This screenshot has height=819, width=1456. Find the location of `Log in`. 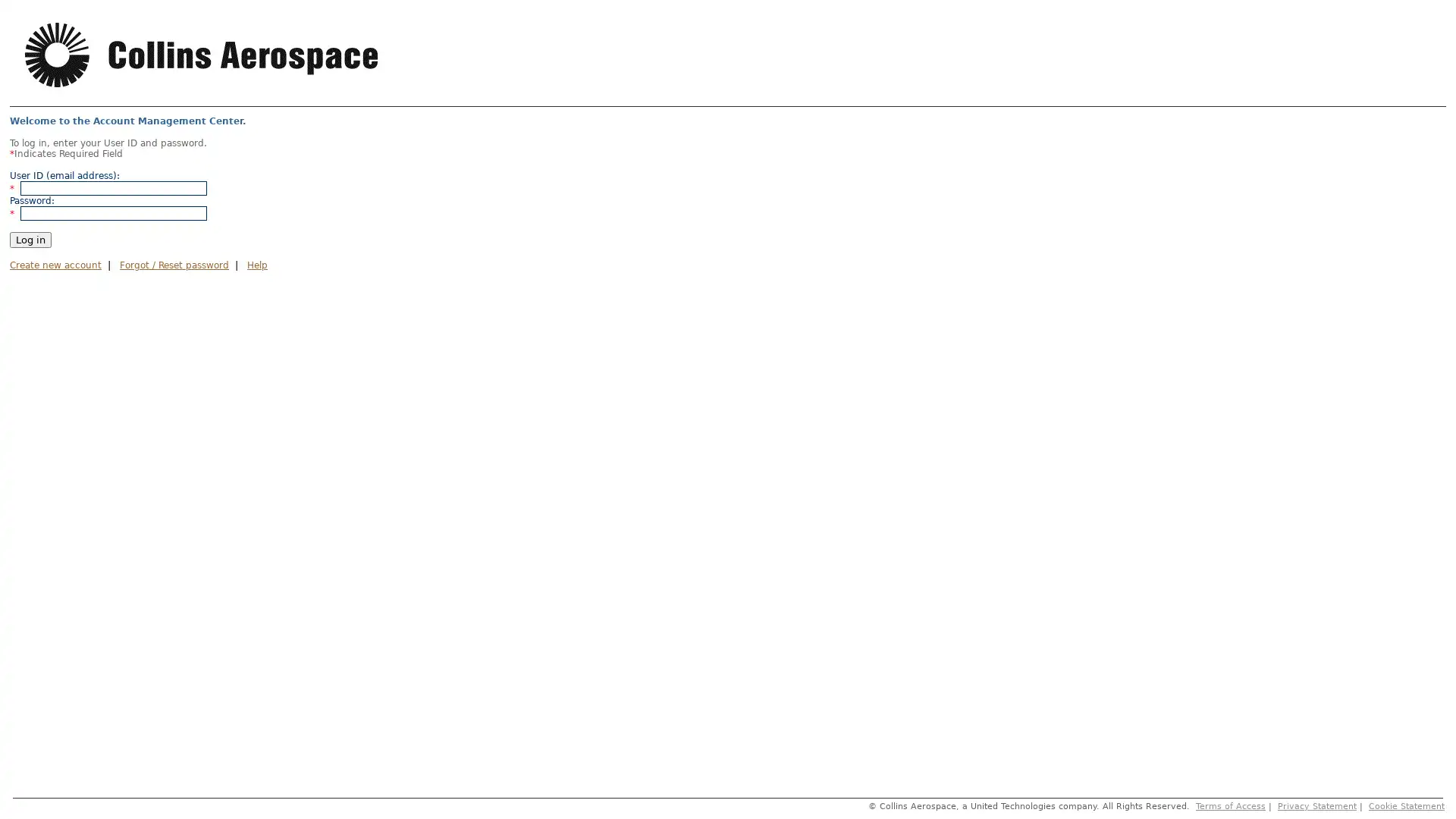

Log in is located at coordinates (30, 239).